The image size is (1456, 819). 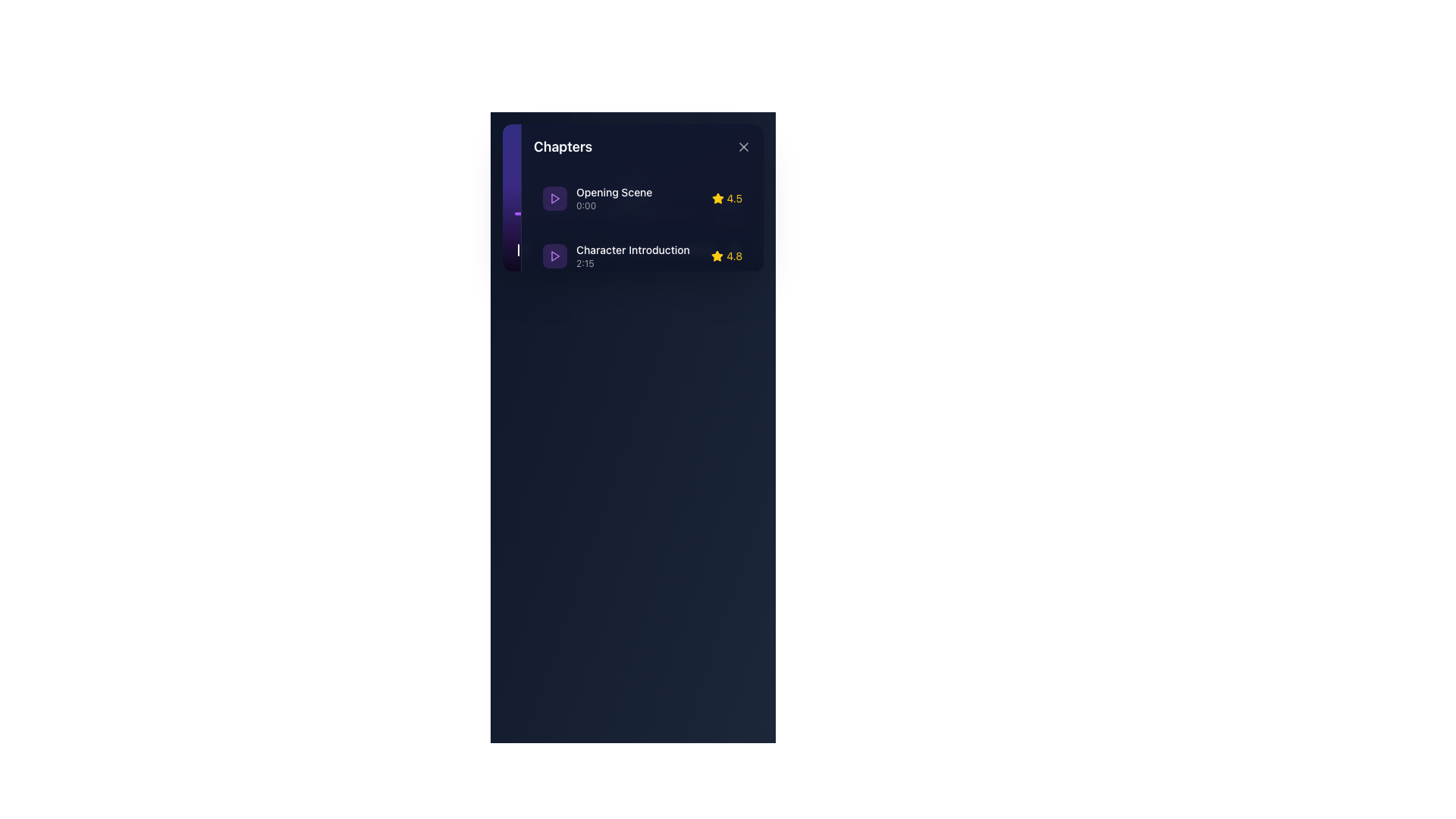 What do you see at coordinates (554, 249) in the screenshot?
I see `the triangular purple play button icon located in the top-left corner of the chapter menu` at bounding box center [554, 249].